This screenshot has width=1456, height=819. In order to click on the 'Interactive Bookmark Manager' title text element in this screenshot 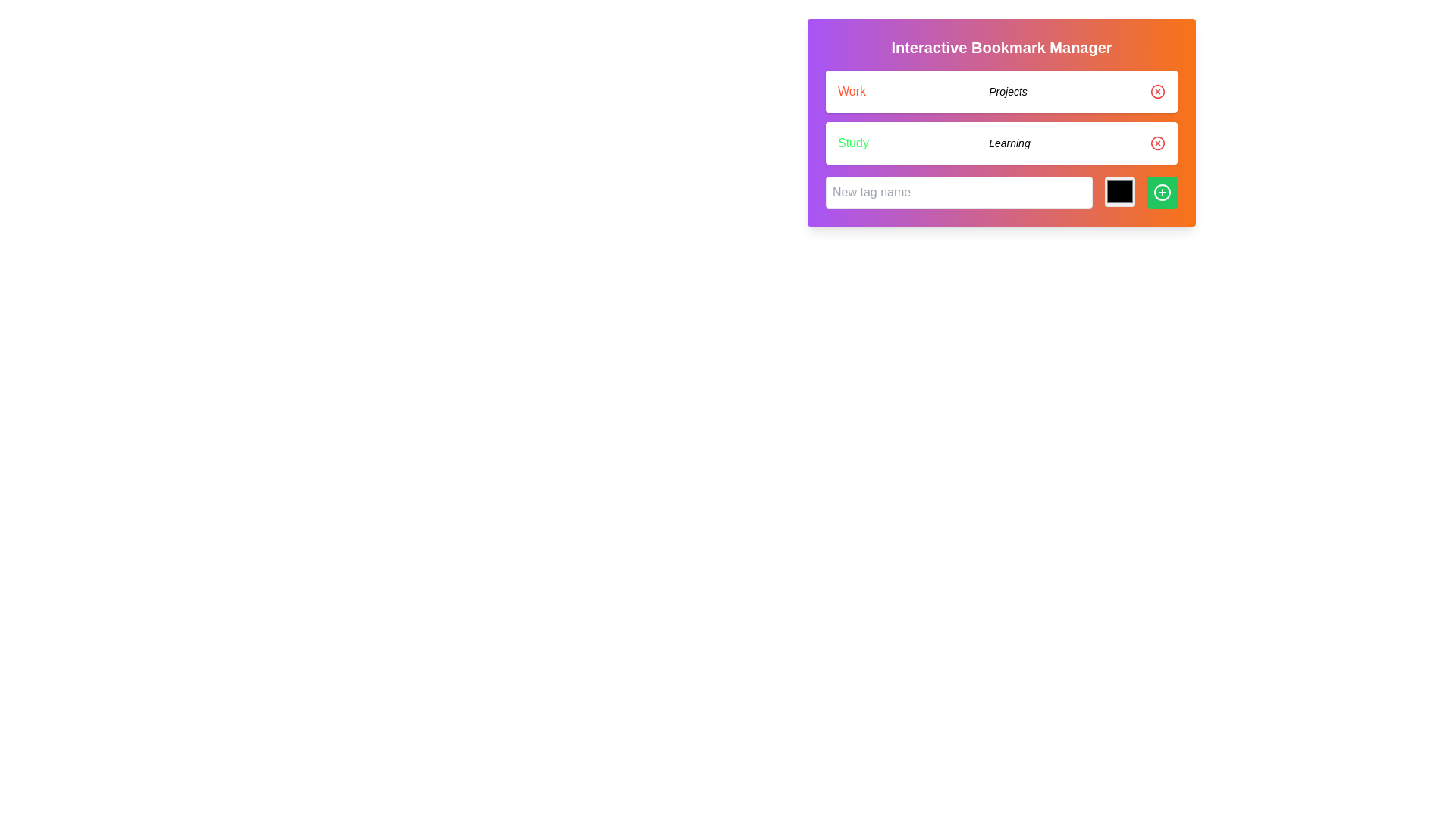, I will do `click(1001, 46)`.